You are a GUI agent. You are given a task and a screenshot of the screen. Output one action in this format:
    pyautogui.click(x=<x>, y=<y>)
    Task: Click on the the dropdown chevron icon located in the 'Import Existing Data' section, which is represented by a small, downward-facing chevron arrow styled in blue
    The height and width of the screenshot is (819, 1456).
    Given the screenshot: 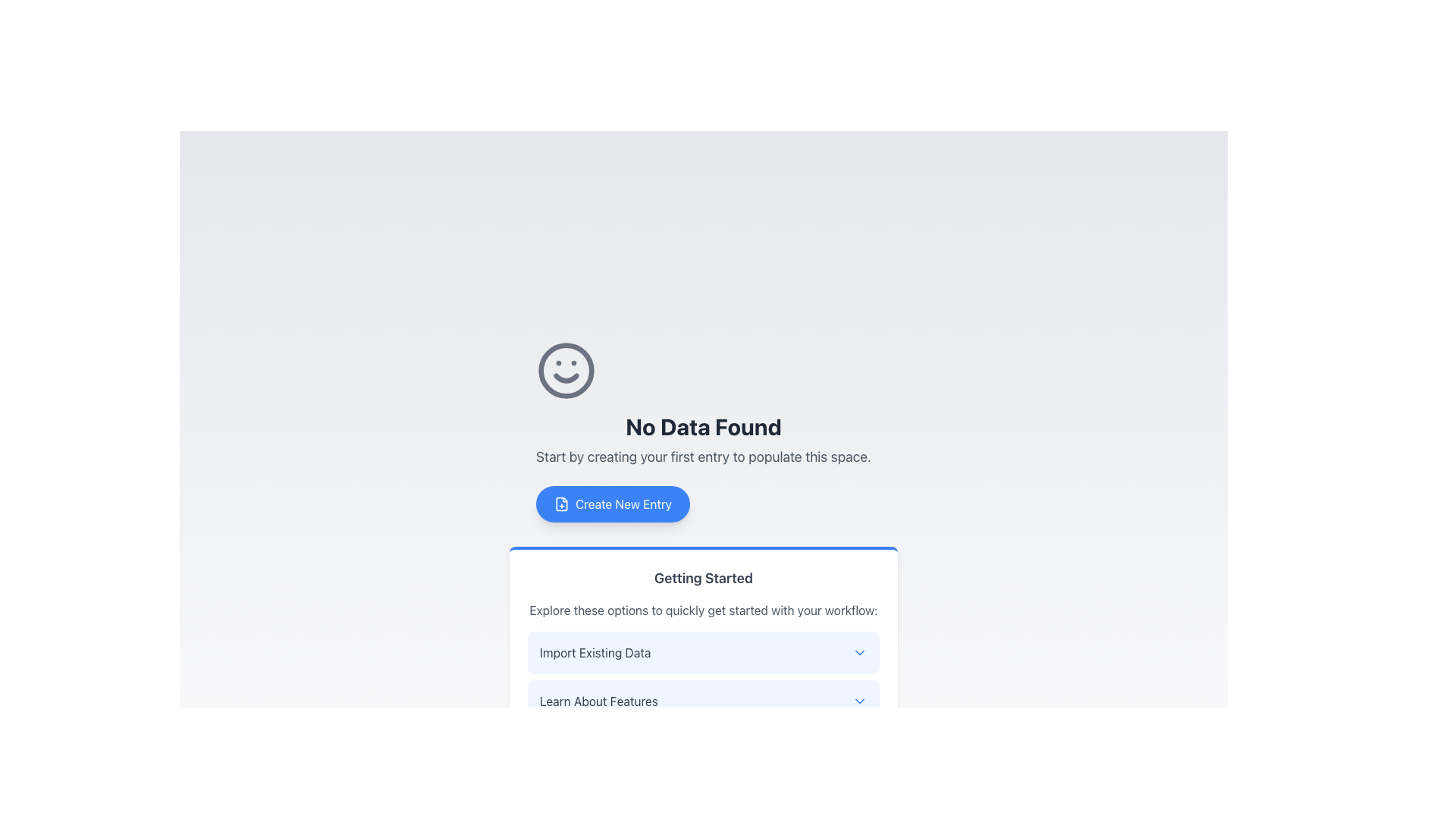 What is the action you would take?
    pyautogui.click(x=859, y=651)
    